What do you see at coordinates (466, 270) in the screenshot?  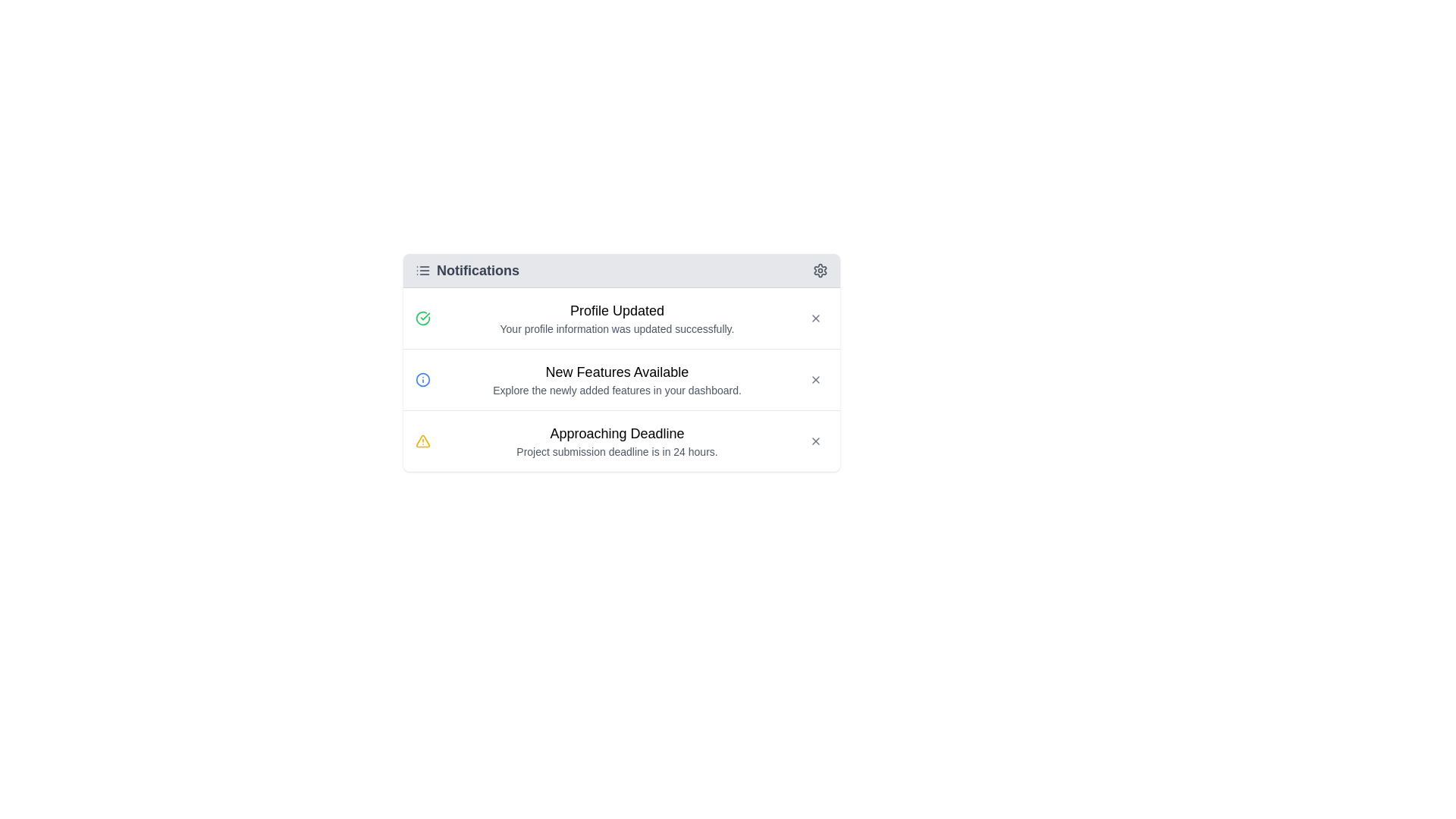 I see `the Text Label with Icon located to the left side of the notification panel header, which provides context about the displayed information` at bounding box center [466, 270].